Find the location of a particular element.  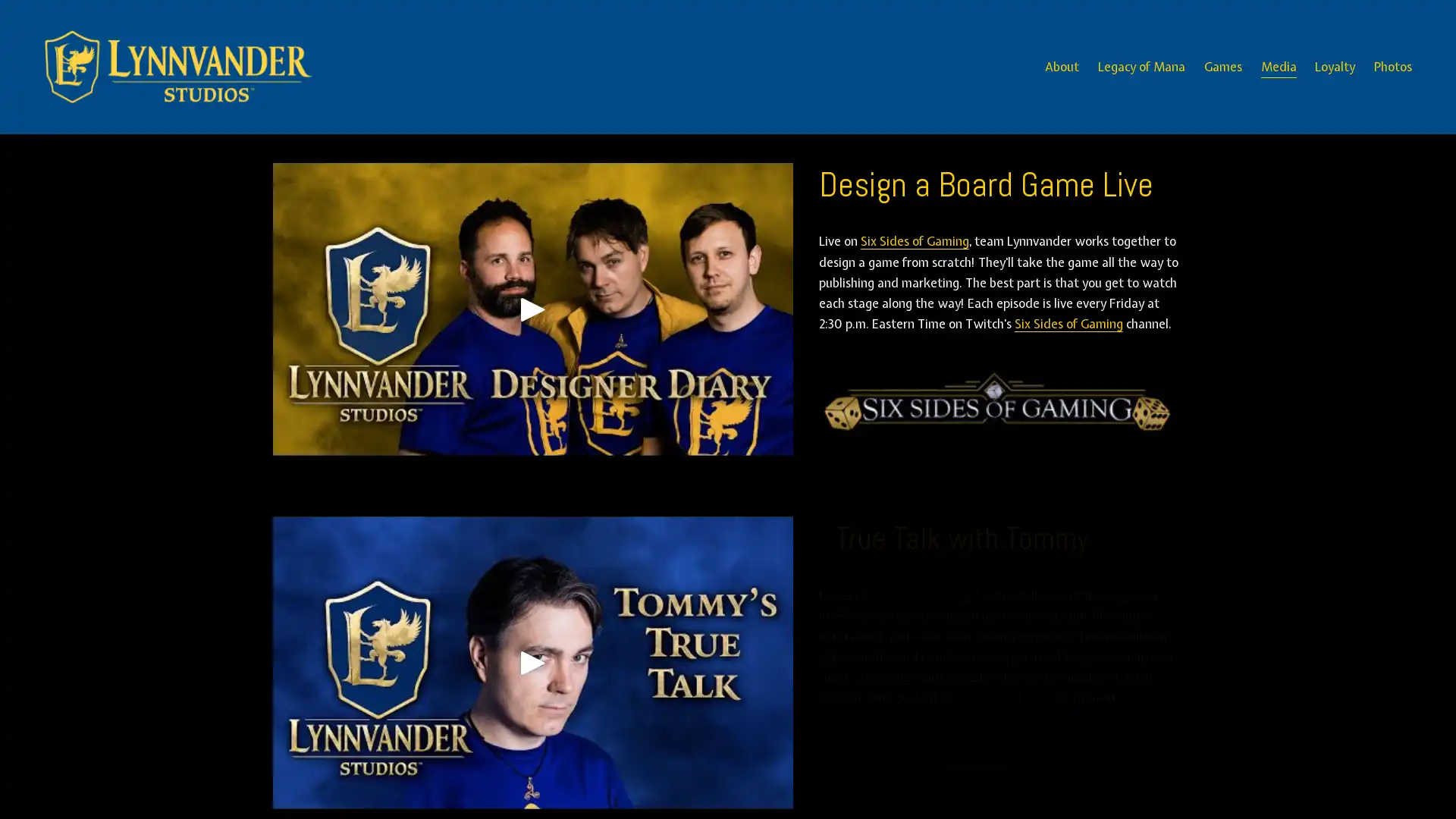

Play is located at coordinates (532, 308).